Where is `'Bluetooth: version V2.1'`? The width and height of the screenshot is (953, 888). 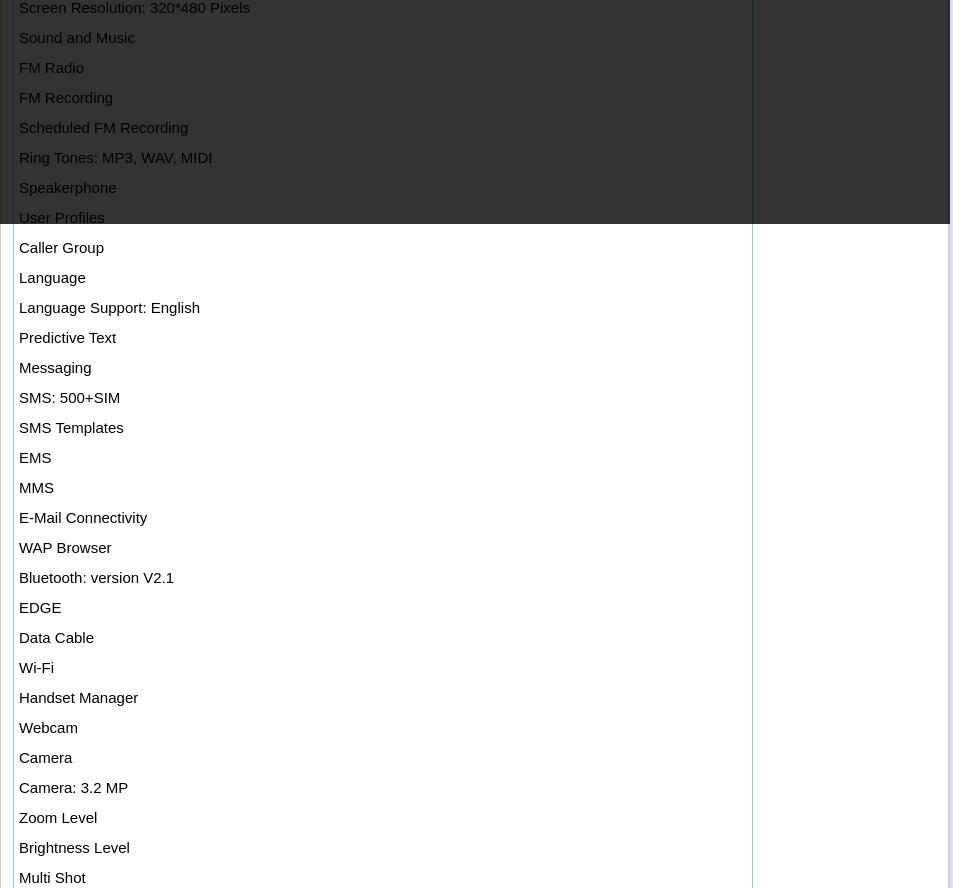
'Bluetooth: version V2.1' is located at coordinates (95, 577).